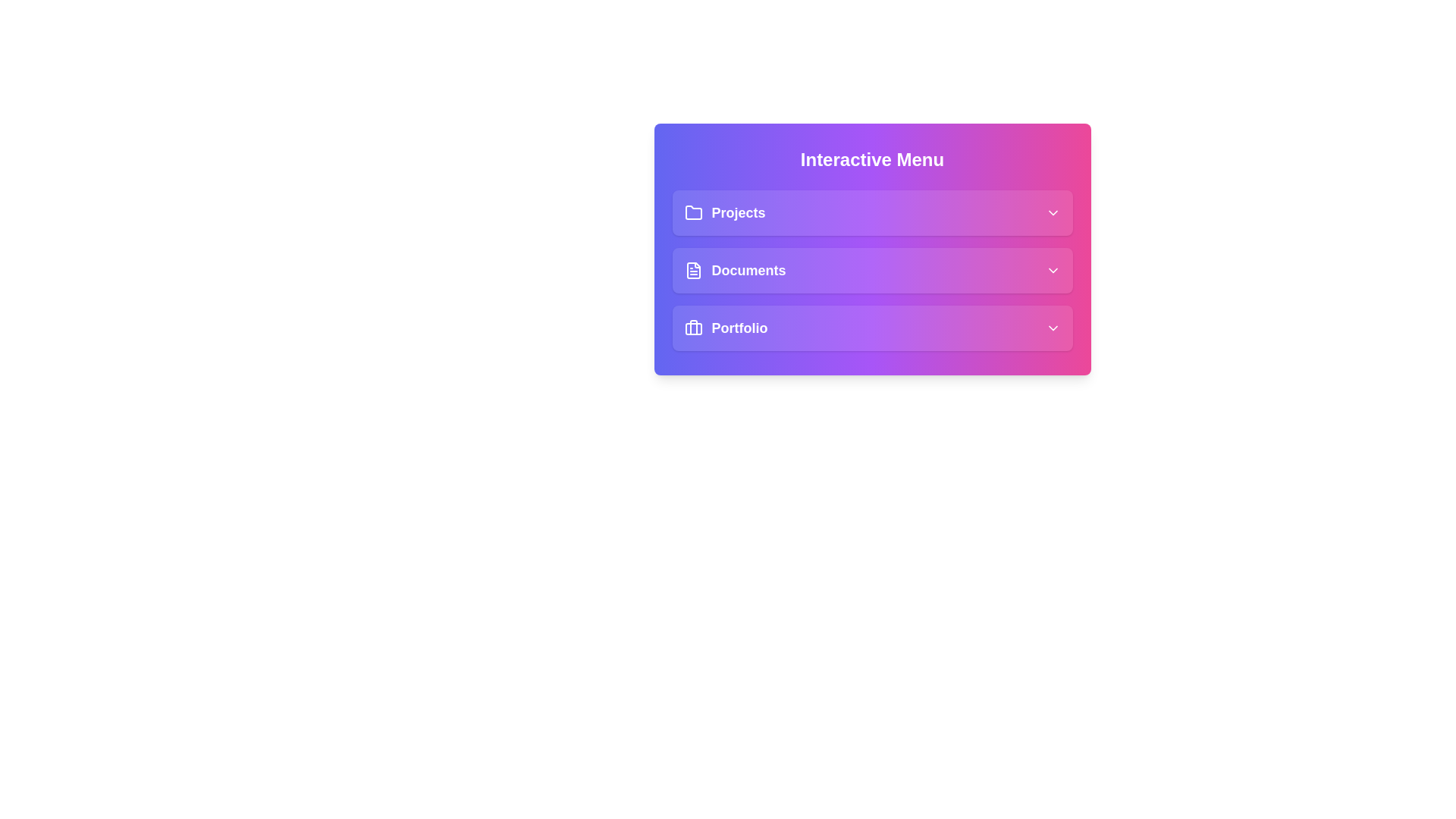 This screenshot has height=819, width=1456. Describe the element at coordinates (1052, 327) in the screenshot. I see `the Dropdown indicator icon located on the far-right side of the 'Portfolio' row in the interactive menu` at that location.